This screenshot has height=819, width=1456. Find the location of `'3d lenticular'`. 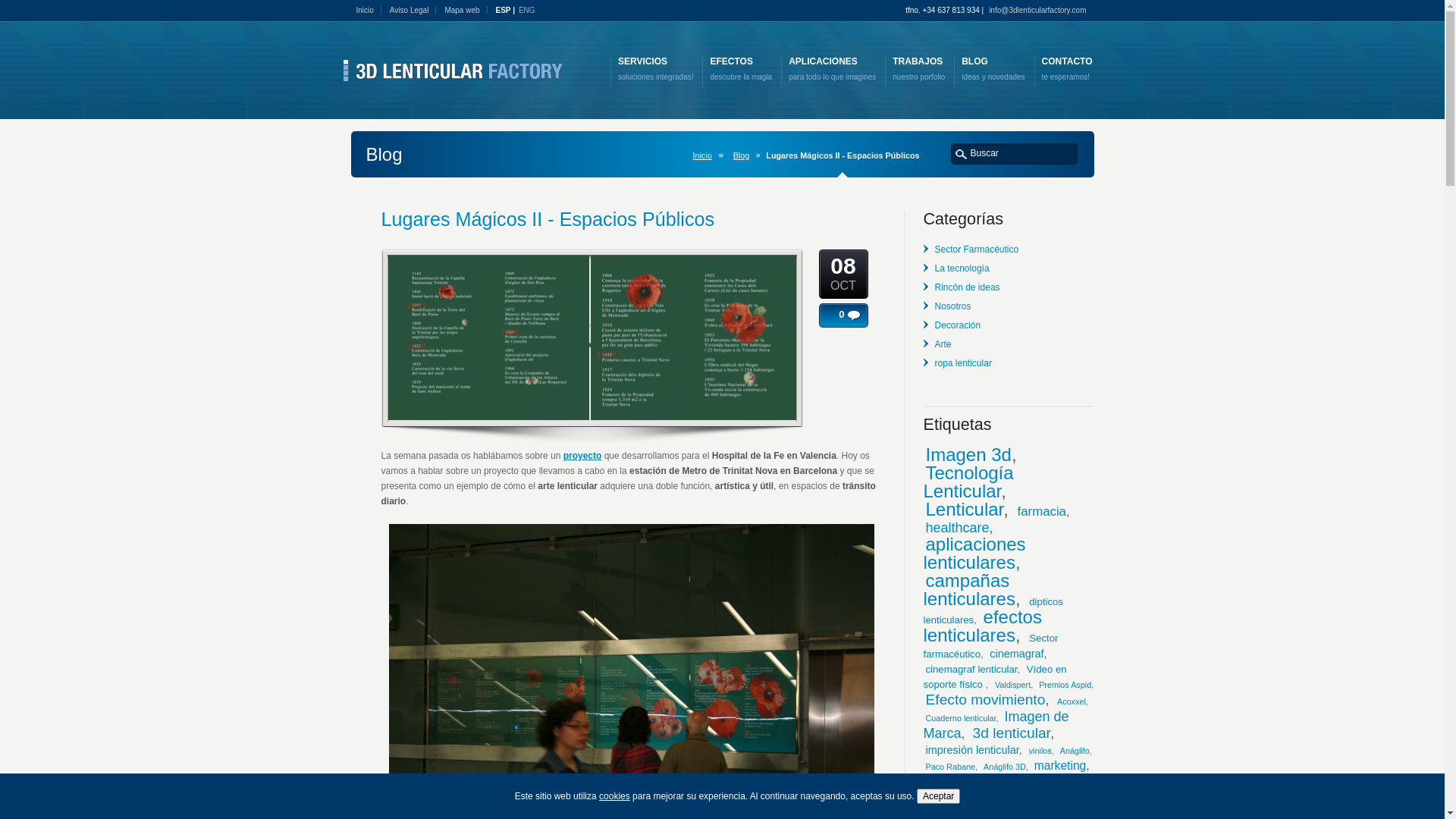

'3d lenticular' is located at coordinates (1012, 732).